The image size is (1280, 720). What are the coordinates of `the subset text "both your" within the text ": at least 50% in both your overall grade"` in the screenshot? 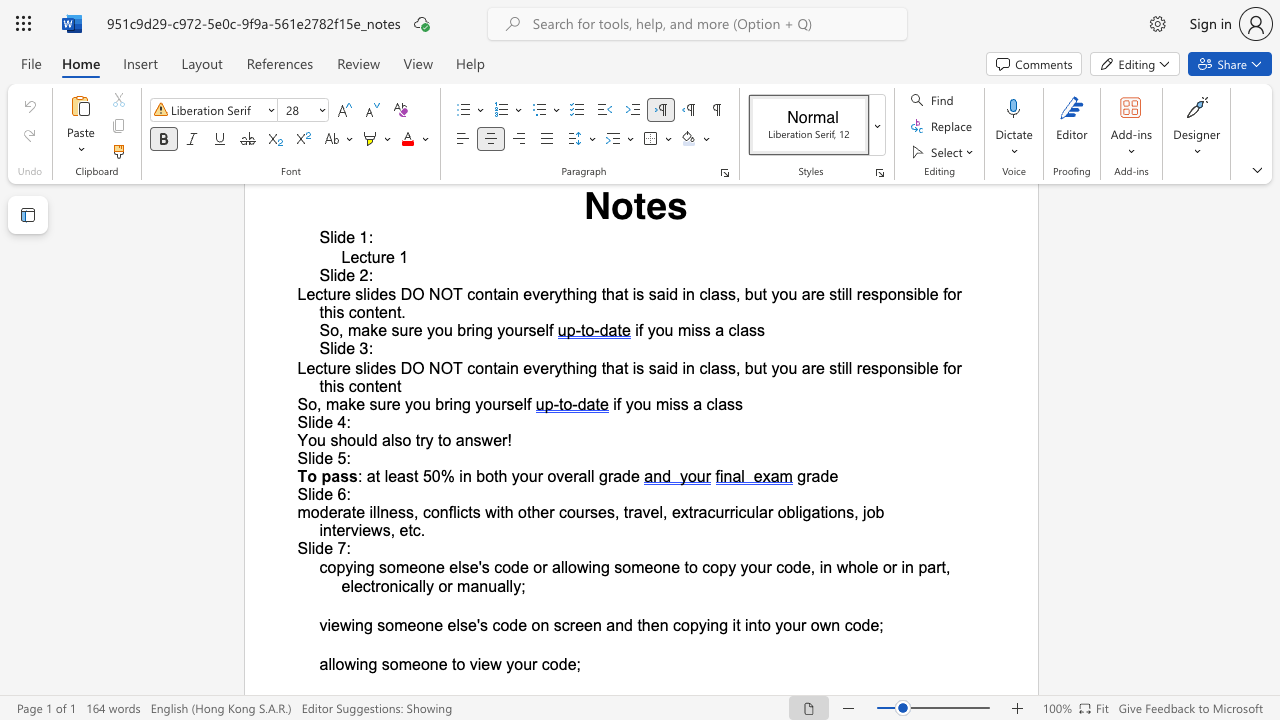 It's located at (475, 476).